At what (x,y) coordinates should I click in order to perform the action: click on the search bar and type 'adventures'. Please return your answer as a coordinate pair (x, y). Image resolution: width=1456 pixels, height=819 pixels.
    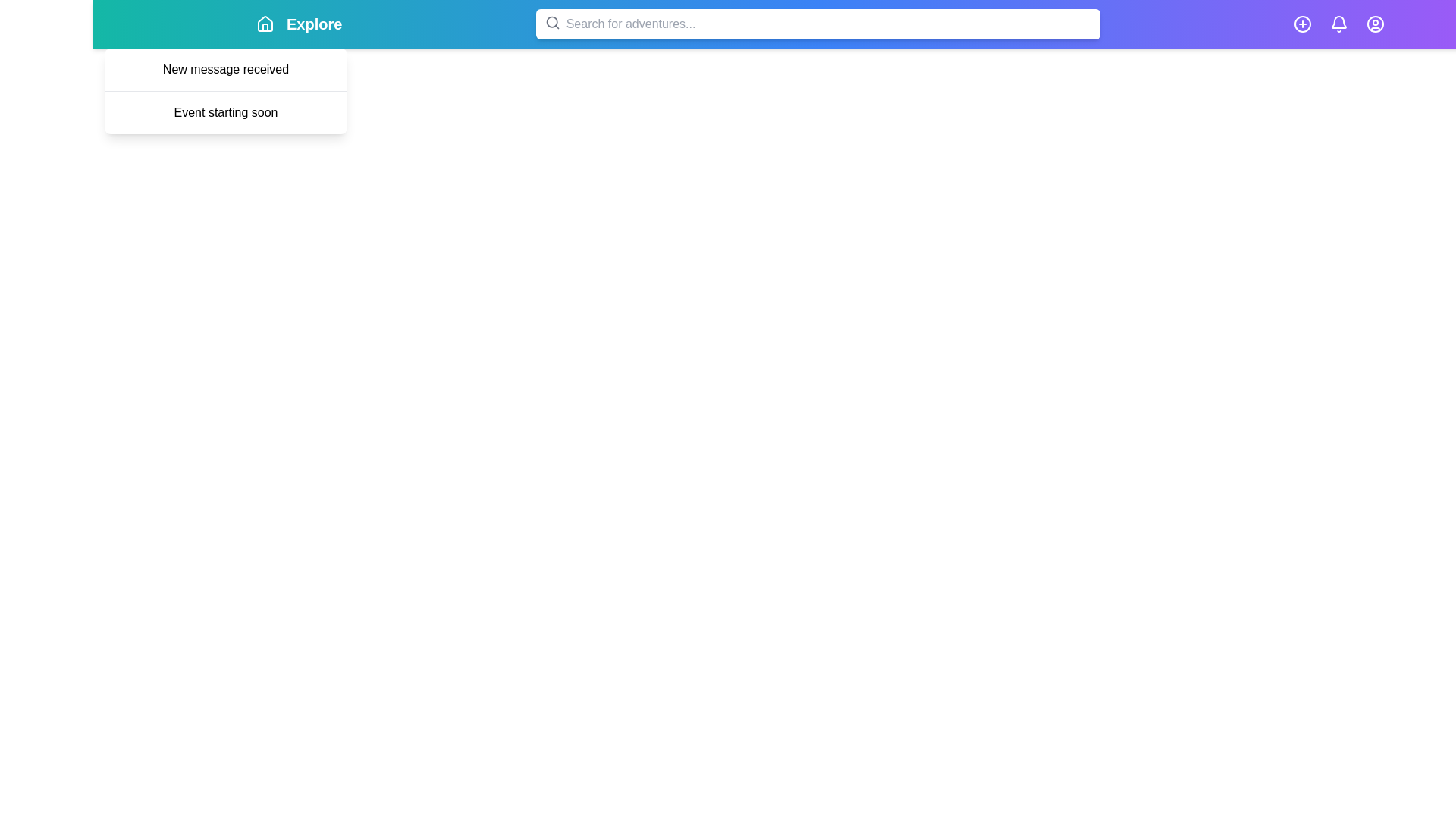
    Looking at the image, I should click on (817, 24).